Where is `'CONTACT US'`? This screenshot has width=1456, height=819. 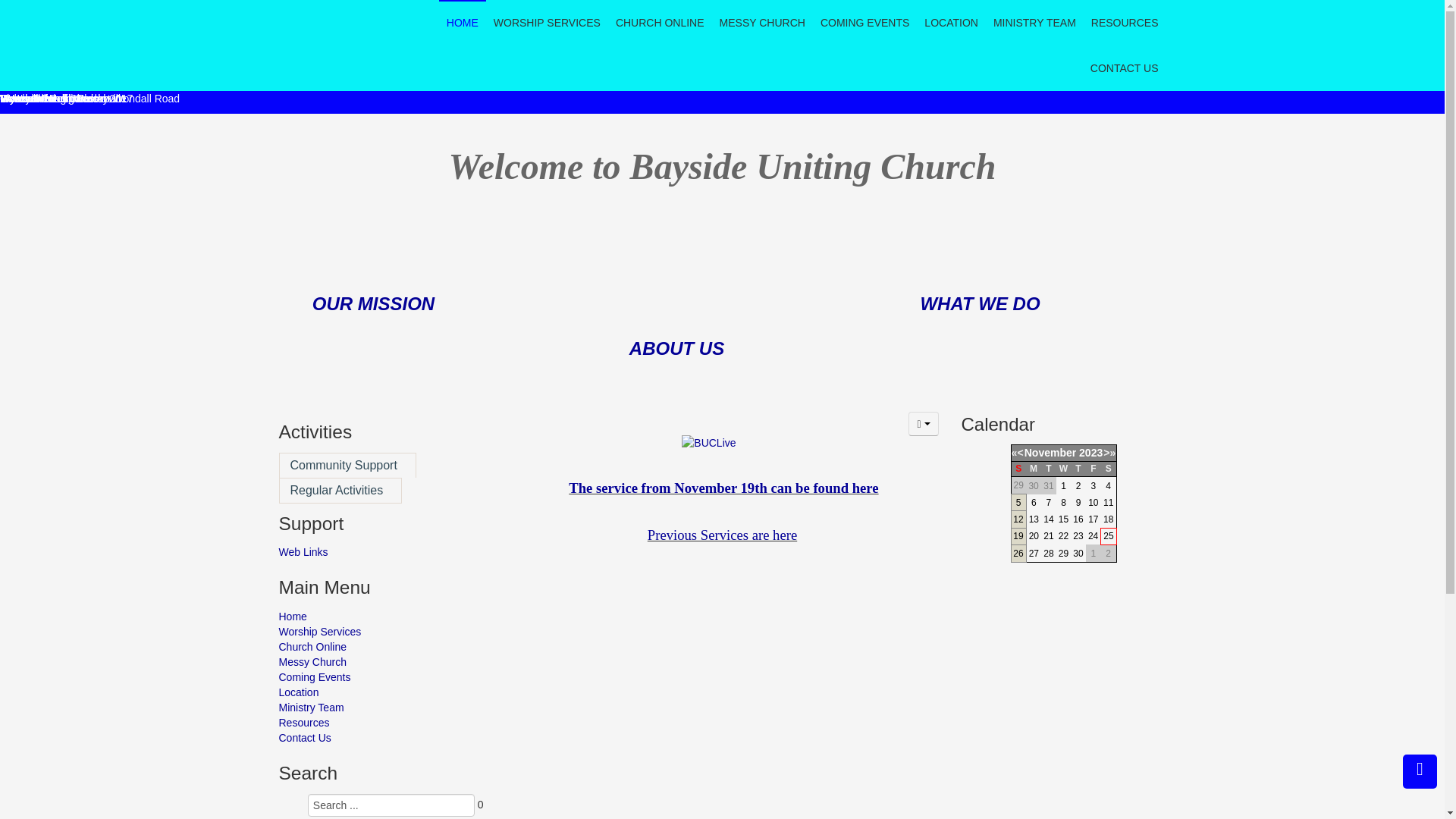 'CONTACT US' is located at coordinates (1125, 67).